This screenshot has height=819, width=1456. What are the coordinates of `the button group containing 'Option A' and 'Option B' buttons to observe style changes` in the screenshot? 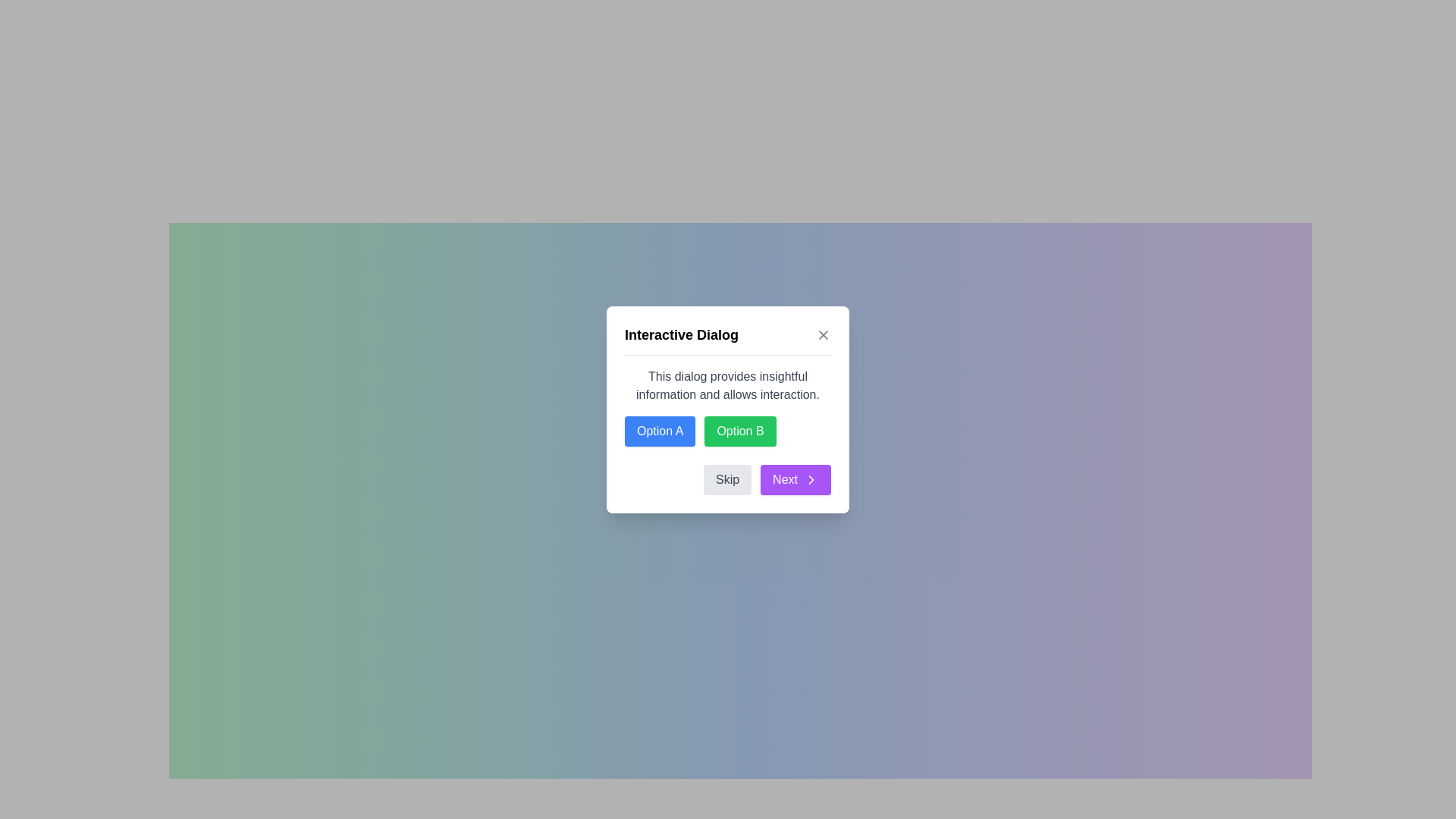 It's located at (728, 431).